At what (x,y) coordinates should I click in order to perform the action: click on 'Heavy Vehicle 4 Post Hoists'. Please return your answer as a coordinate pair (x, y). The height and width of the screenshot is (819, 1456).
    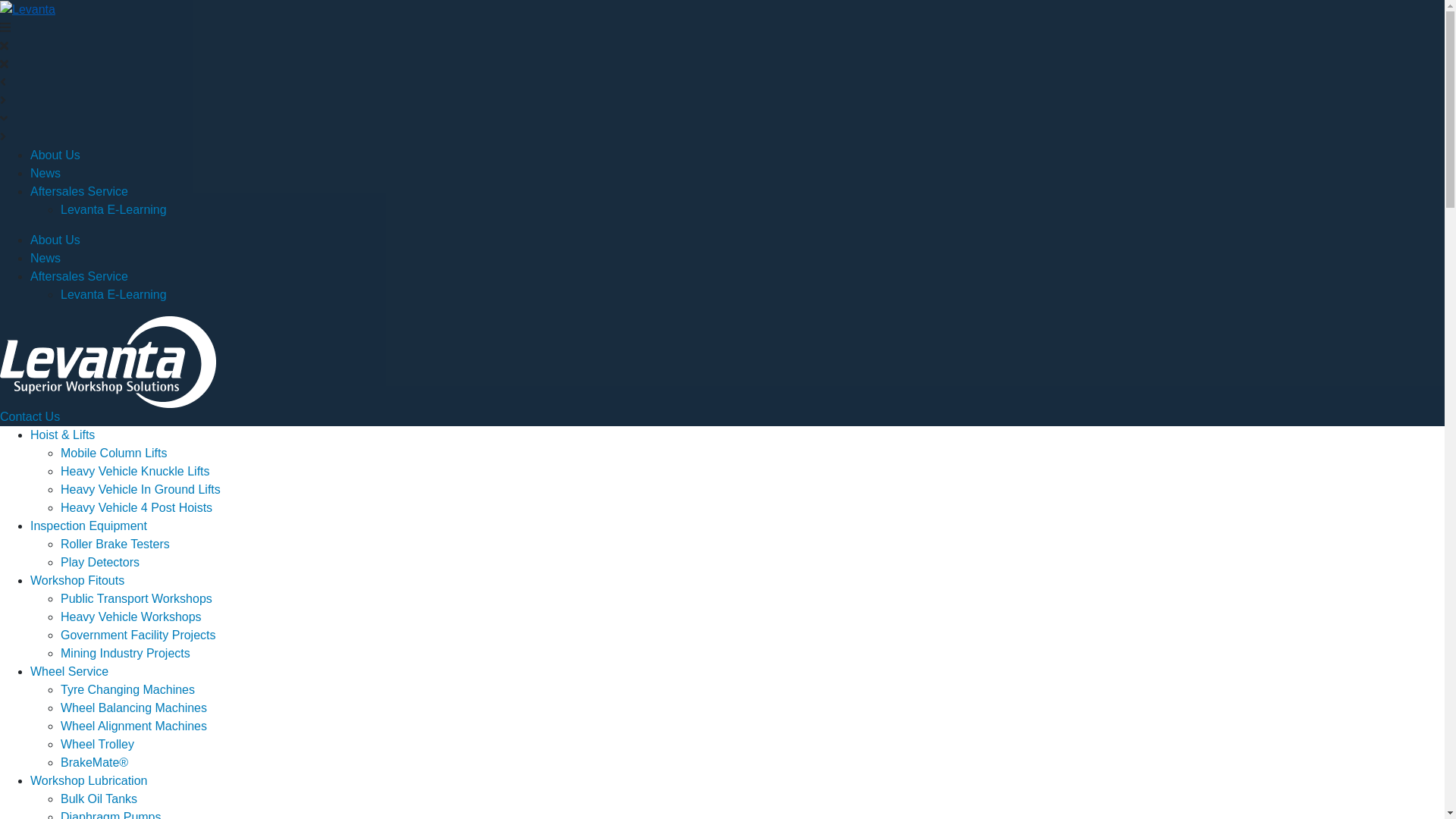
    Looking at the image, I should click on (136, 507).